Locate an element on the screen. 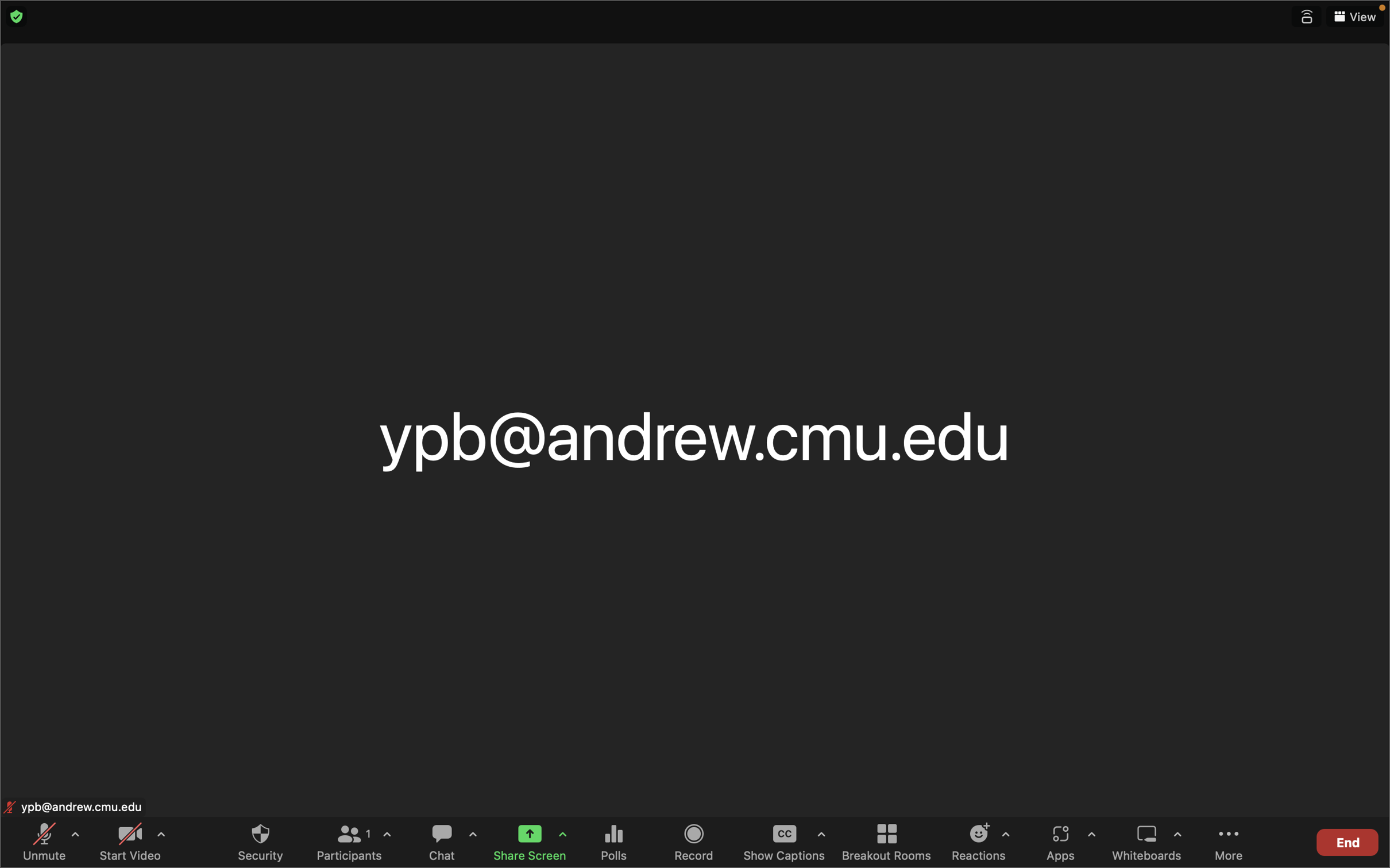 This screenshot has height=868, width=1390. the security settings is located at coordinates (260, 841).